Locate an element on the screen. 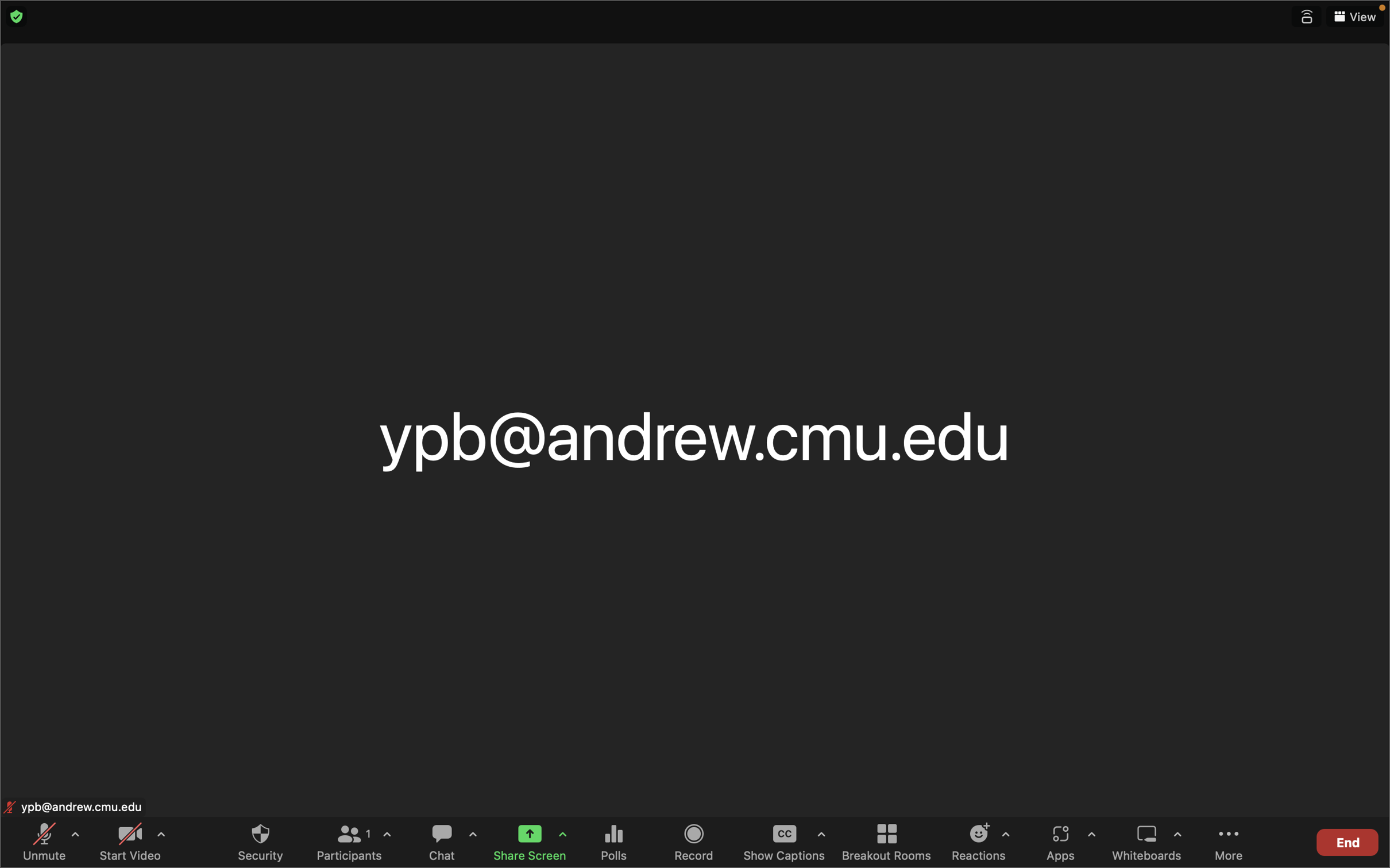 This screenshot has height=868, width=1390. the security settings is located at coordinates (260, 841).